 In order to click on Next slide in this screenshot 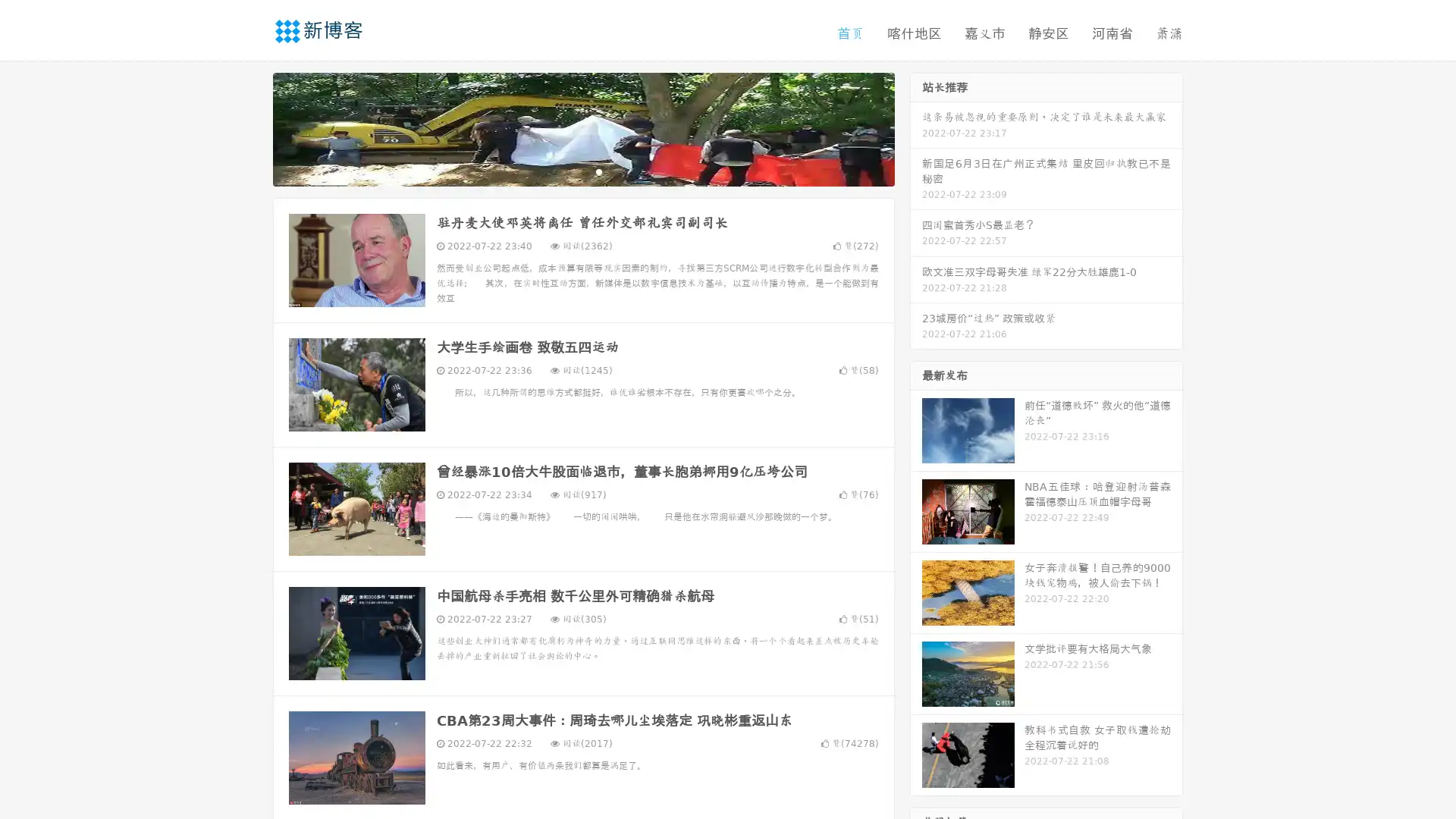, I will do `click(916, 127)`.